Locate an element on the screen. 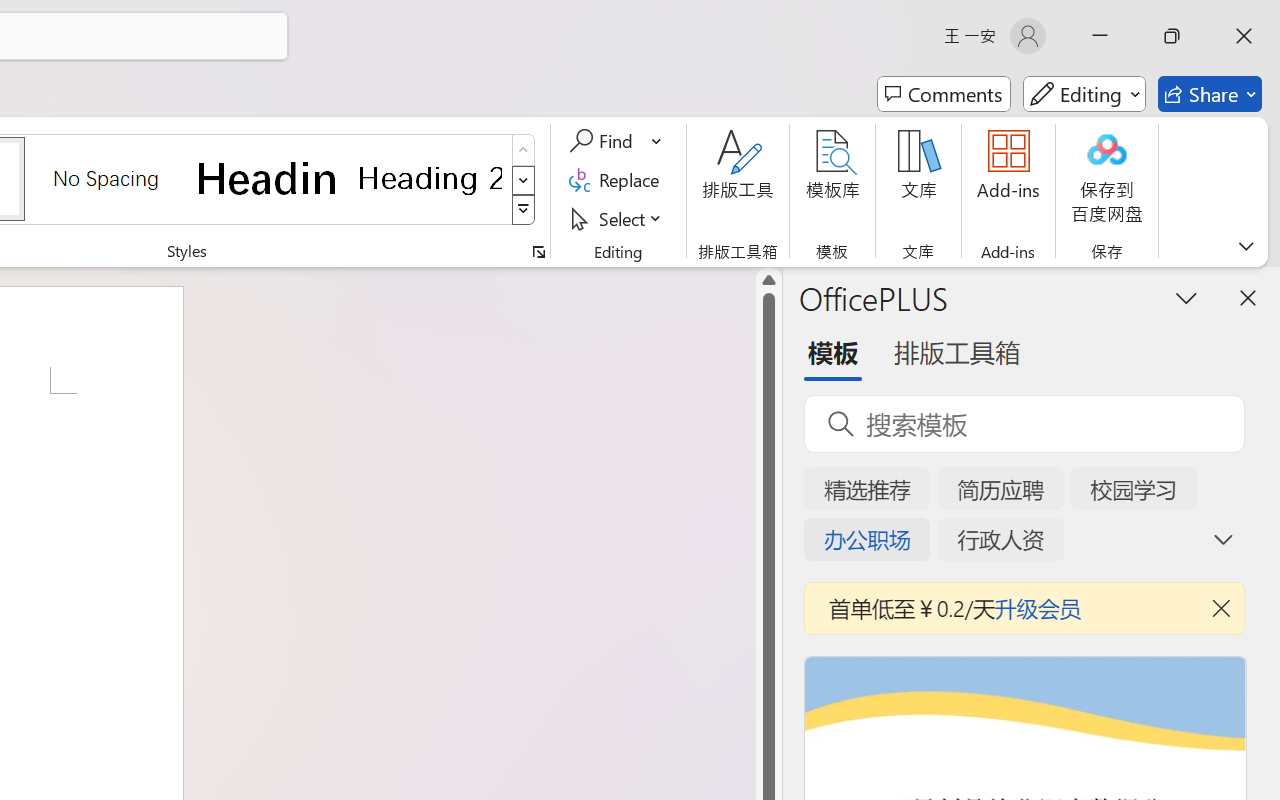 The height and width of the screenshot is (800, 1280). 'Task Pane Options' is located at coordinates (1187, 297).